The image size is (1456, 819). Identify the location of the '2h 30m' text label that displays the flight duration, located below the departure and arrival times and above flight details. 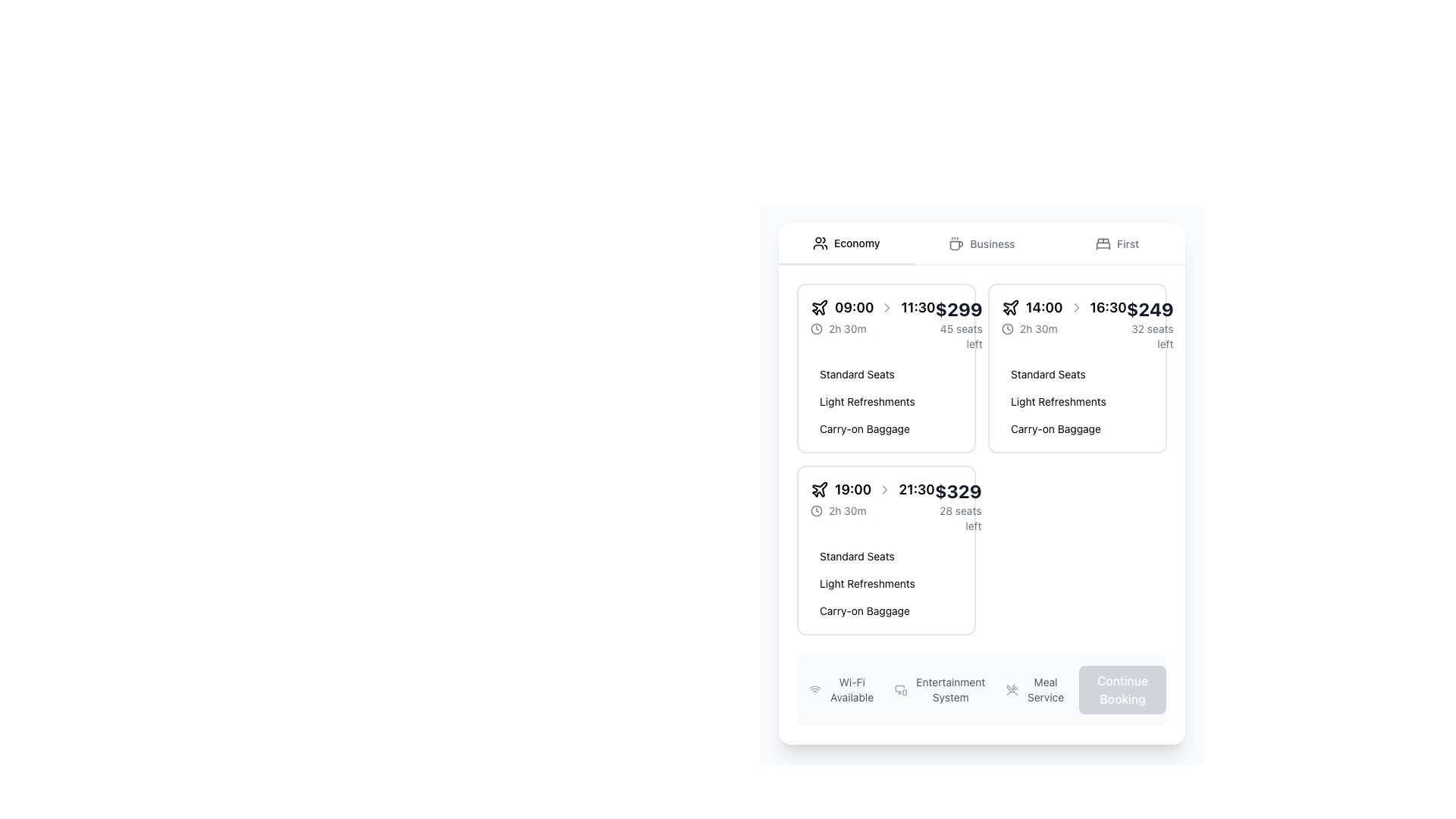
(846, 511).